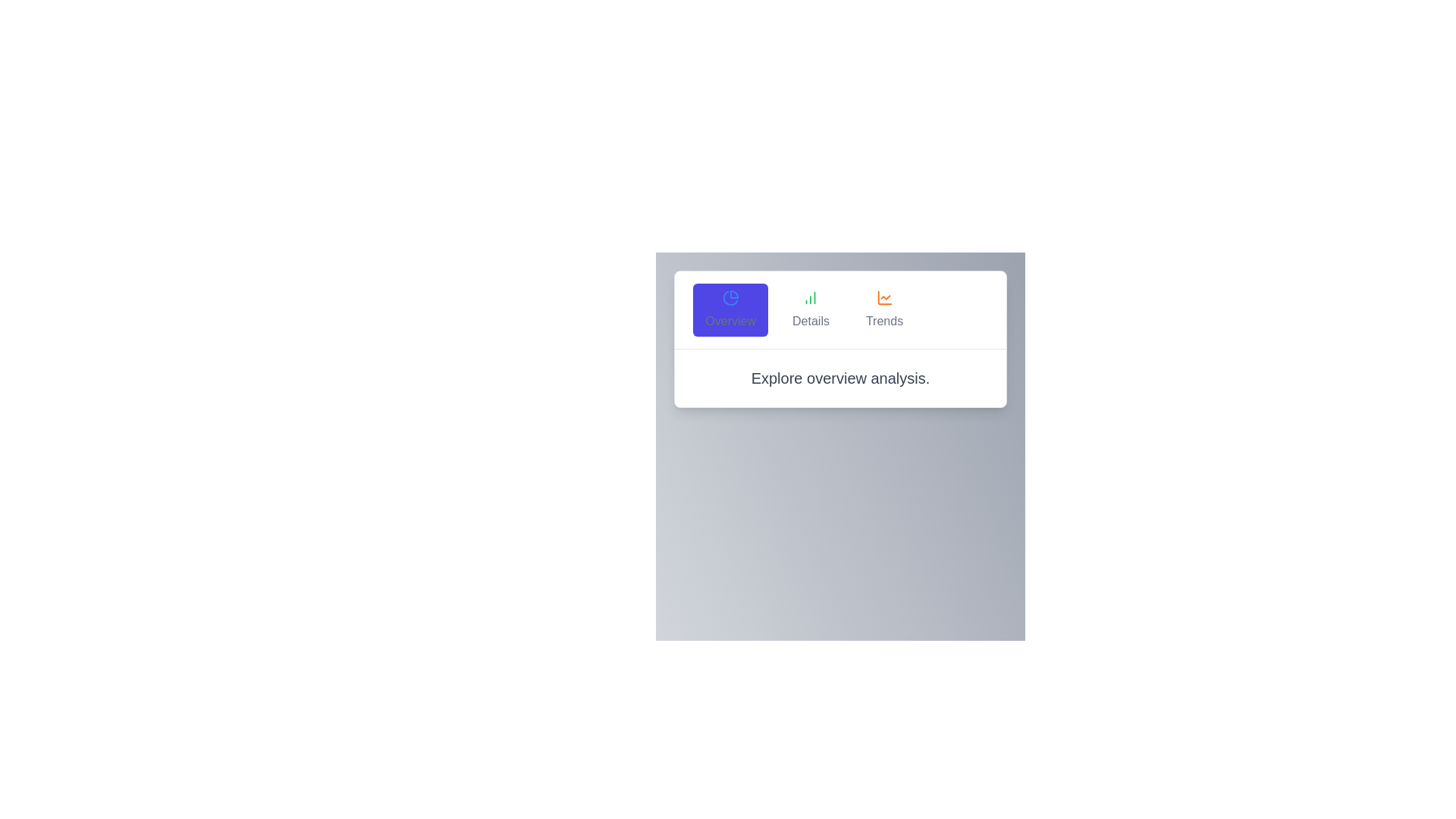 This screenshot has height=819, width=1456. Describe the element at coordinates (730, 309) in the screenshot. I see `the Overview tab to view its content` at that location.